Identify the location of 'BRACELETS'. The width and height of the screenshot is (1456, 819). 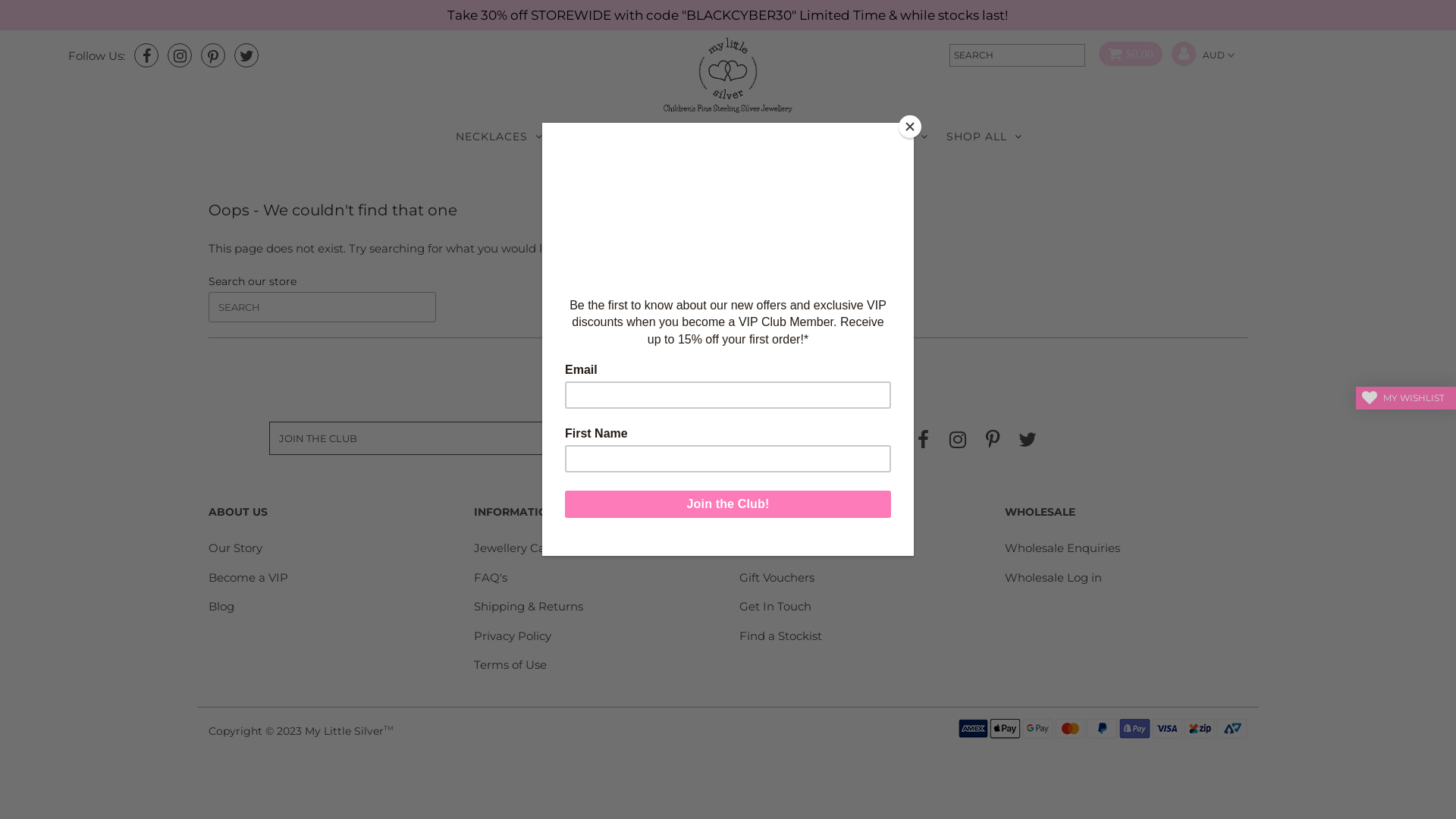
(698, 136).